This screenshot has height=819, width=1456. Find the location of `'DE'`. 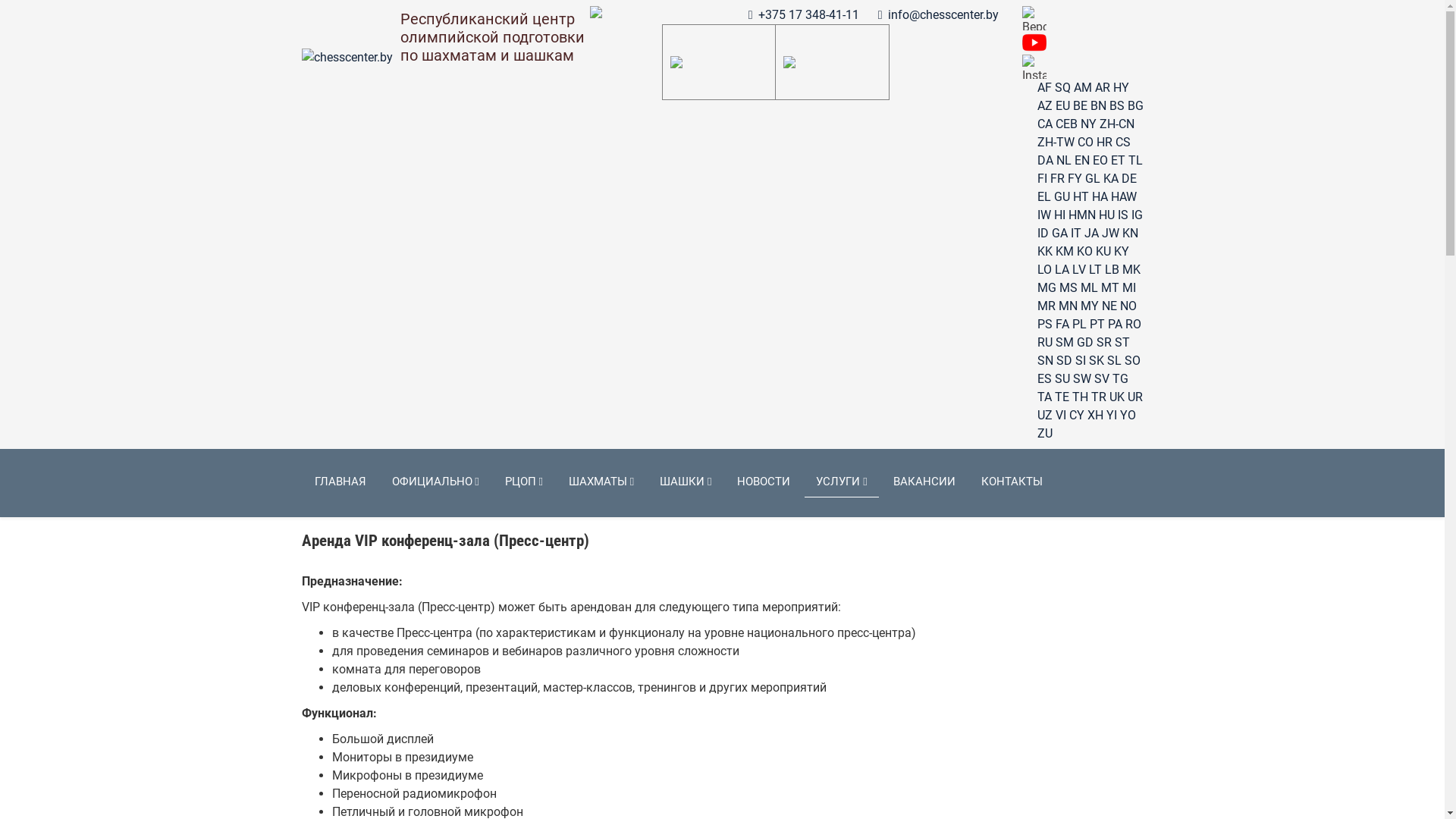

'DE' is located at coordinates (1128, 177).